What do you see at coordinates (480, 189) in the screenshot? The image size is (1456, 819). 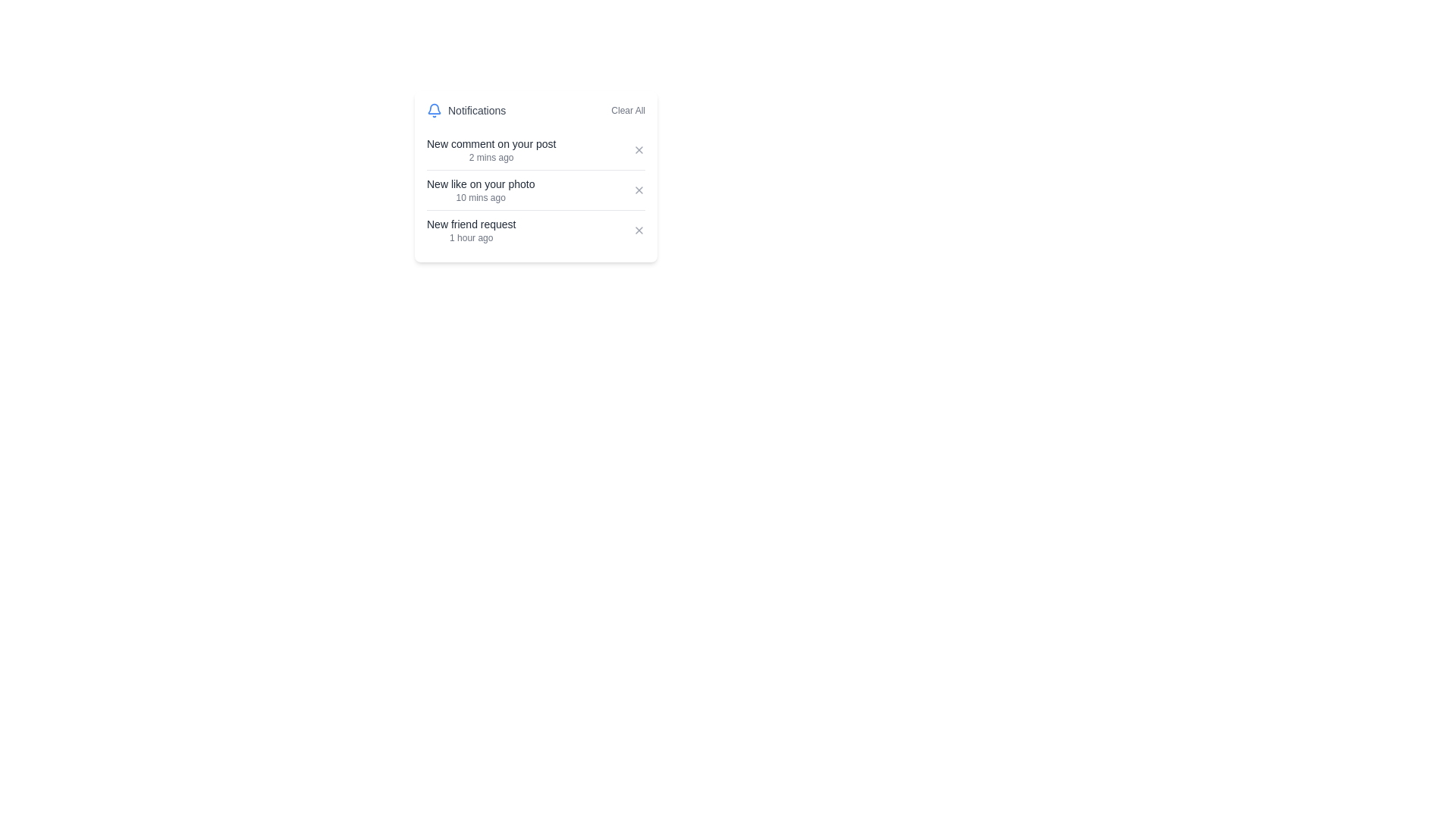 I see `notification text display element indicating that someone has liked the user's photo, which is the second notification in a vertically stacked list of notifications` at bounding box center [480, 189].